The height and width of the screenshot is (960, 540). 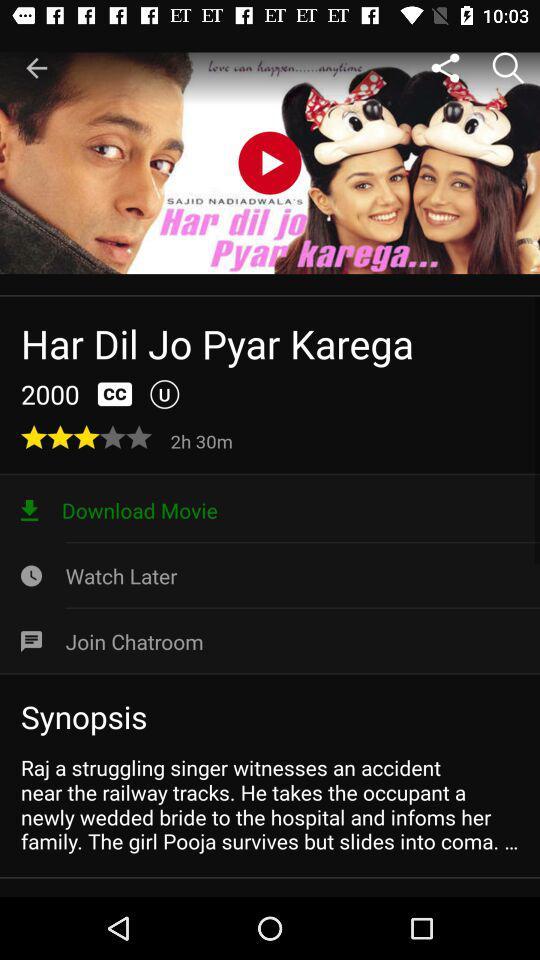 What do you see at coordinates (203, 440) in the screenshot?
I see `2h 30m  icon` at bounding box center [203, 440].